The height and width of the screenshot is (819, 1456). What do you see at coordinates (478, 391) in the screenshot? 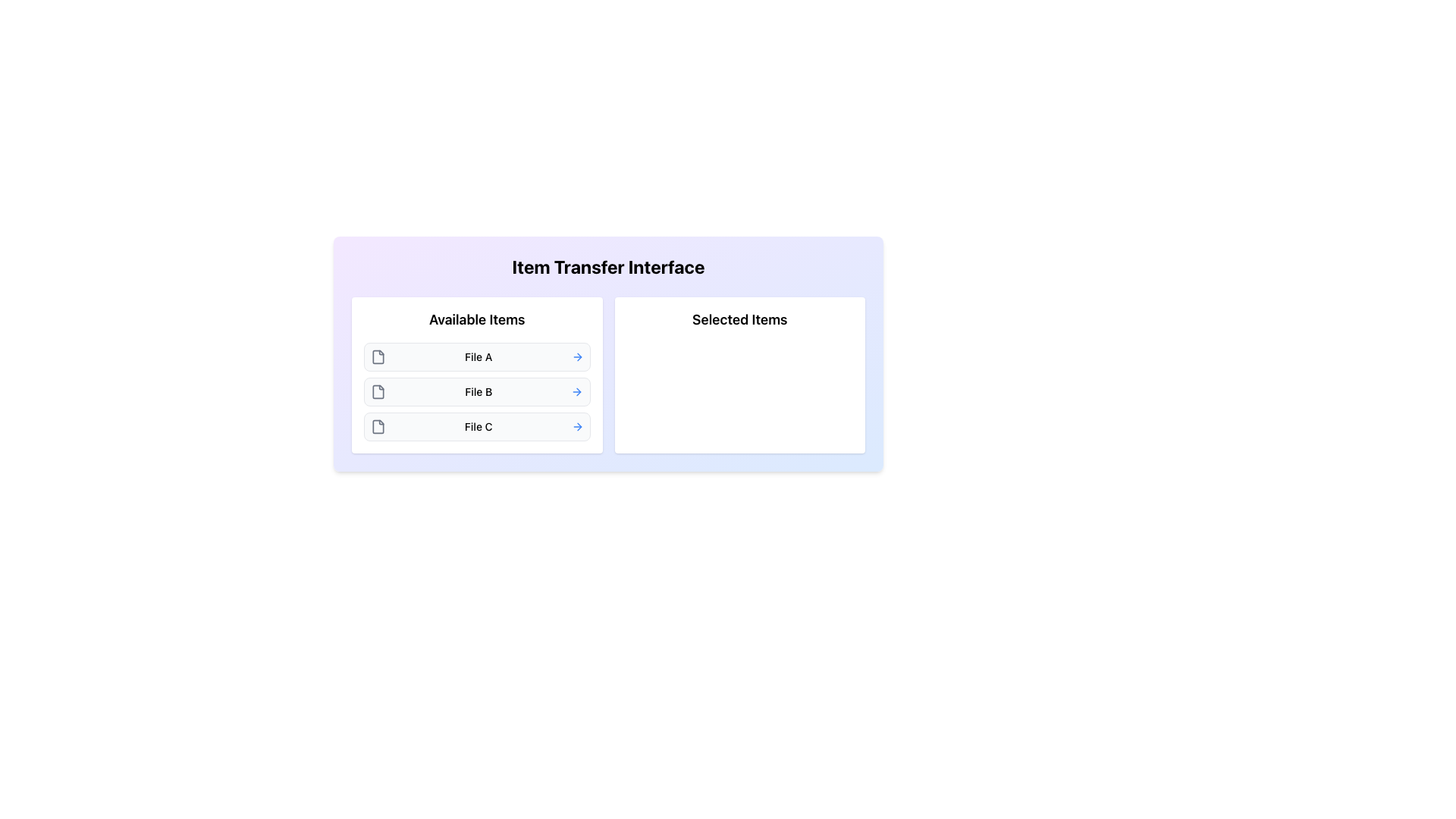
I see `label of the text element indicating 'File B', which is the second entry in the list of available files in the Item Transfer Interface` at bounding box center [478, 391].